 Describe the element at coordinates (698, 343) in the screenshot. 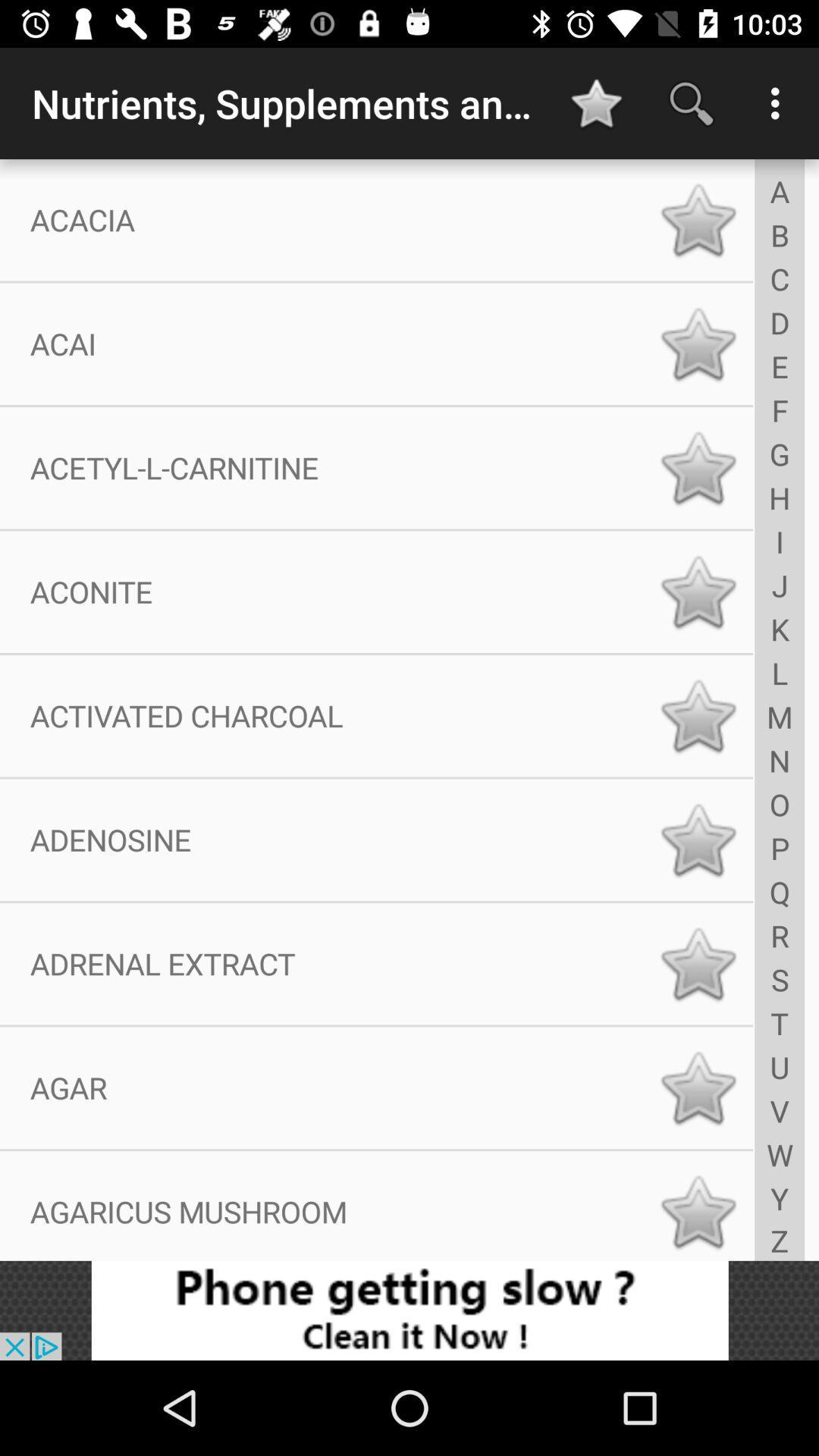

I see `bookmark item` at that location.